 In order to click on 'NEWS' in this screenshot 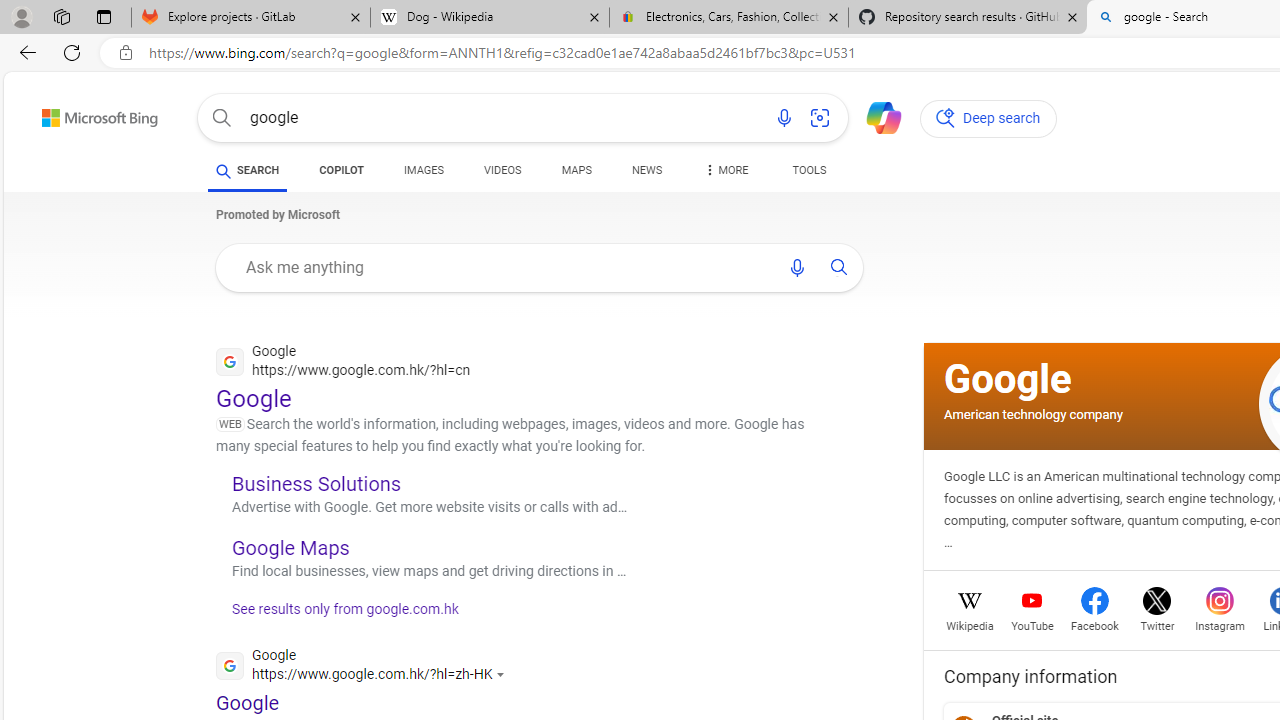, I will do `click(647, 170)`.